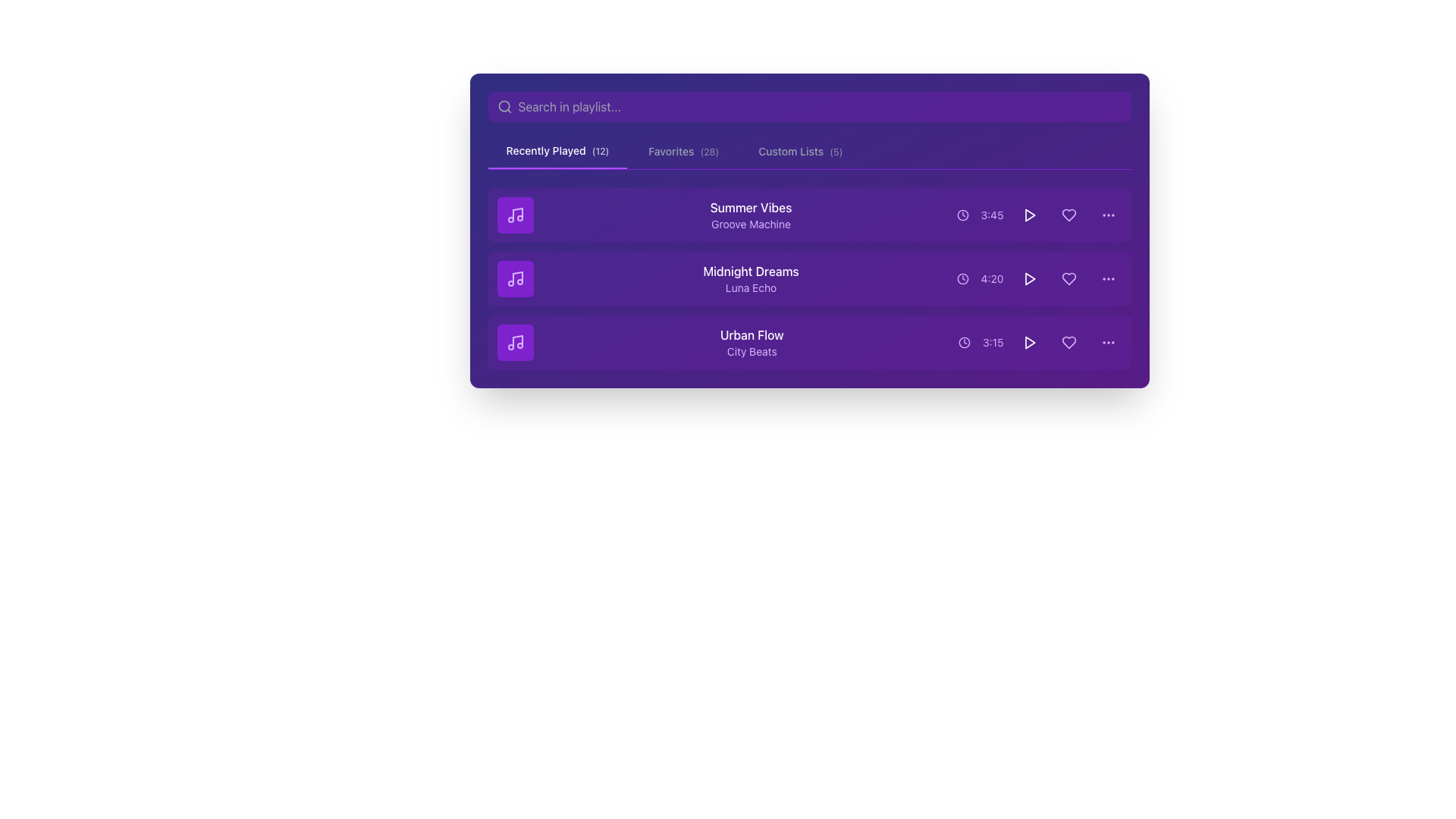  I want to click on the right-pointing play icon button, which is a triangular shape with rounded edges, styled in white on a dark purple background, located near the far right of the third row associated with the song title 'Urban Flow', so click(1030, 342).